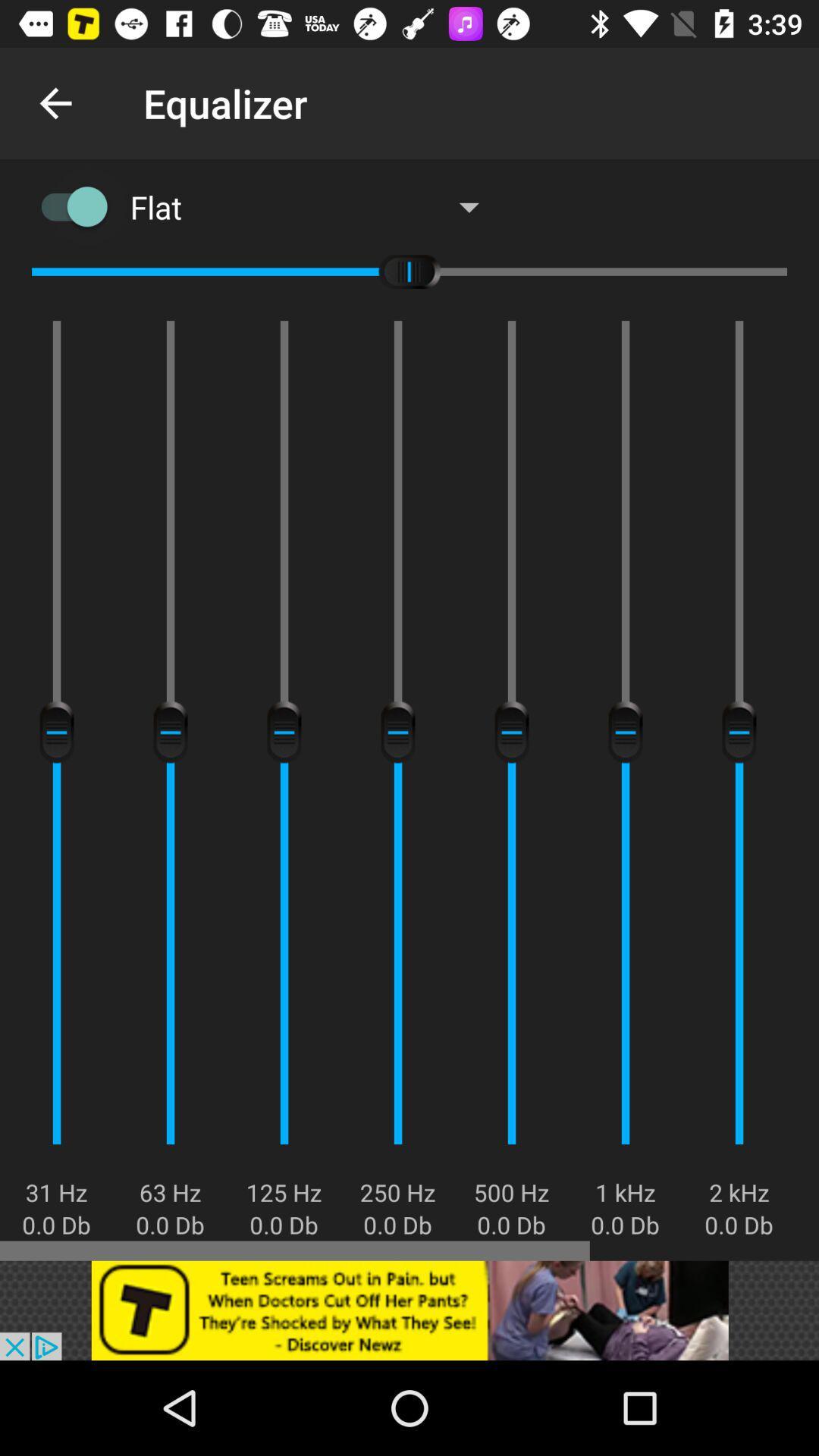 This screenshot has height=1456, width=819. I want to click on advertisement in the bottom, so click(409, 1310).